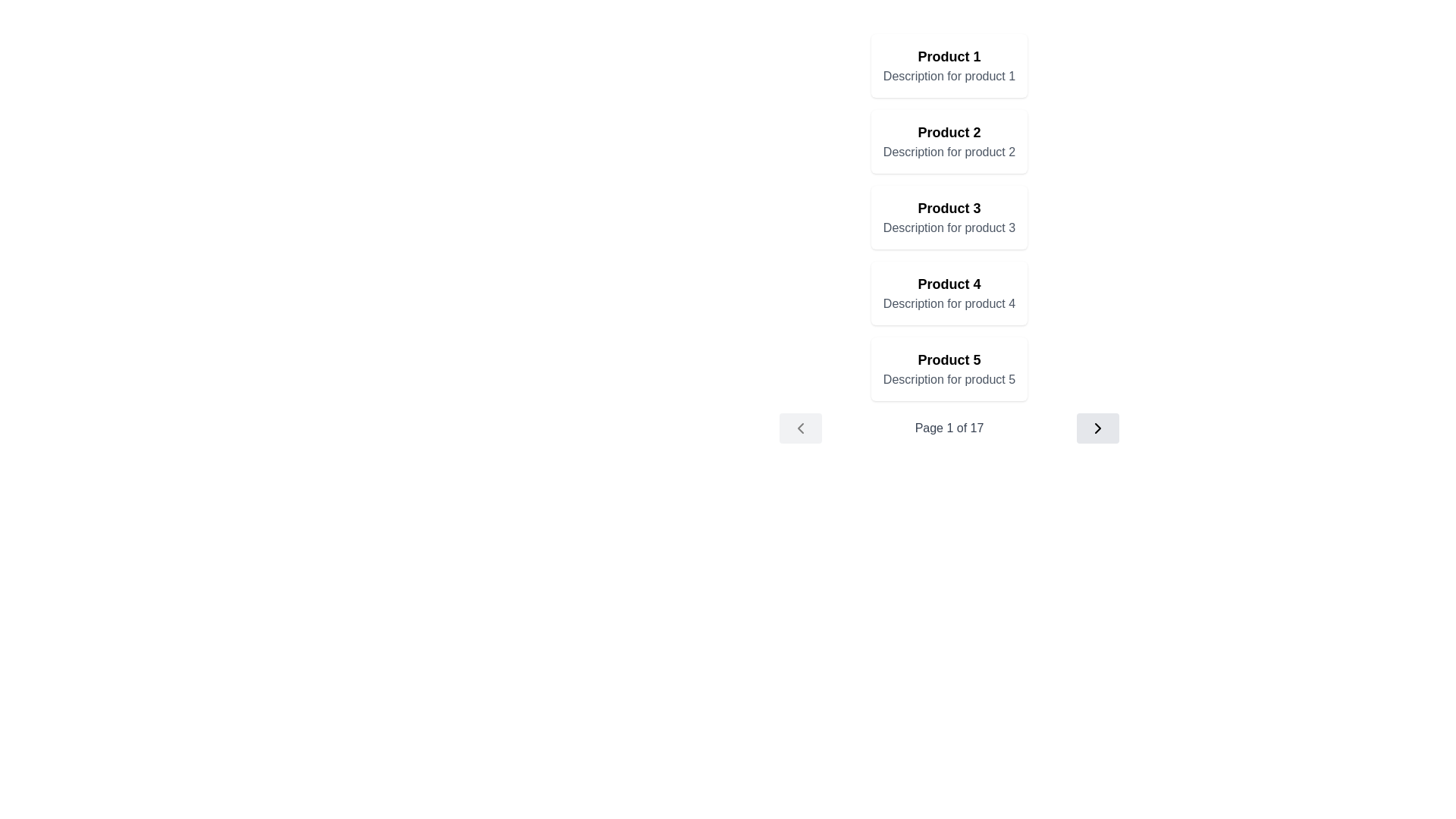  I want to click on the 'Next' button located in the pagination bar, which is positioned to the right of 'Page 1 of 17' and is the rightmost button in the navigation group, so click(1098, 428).